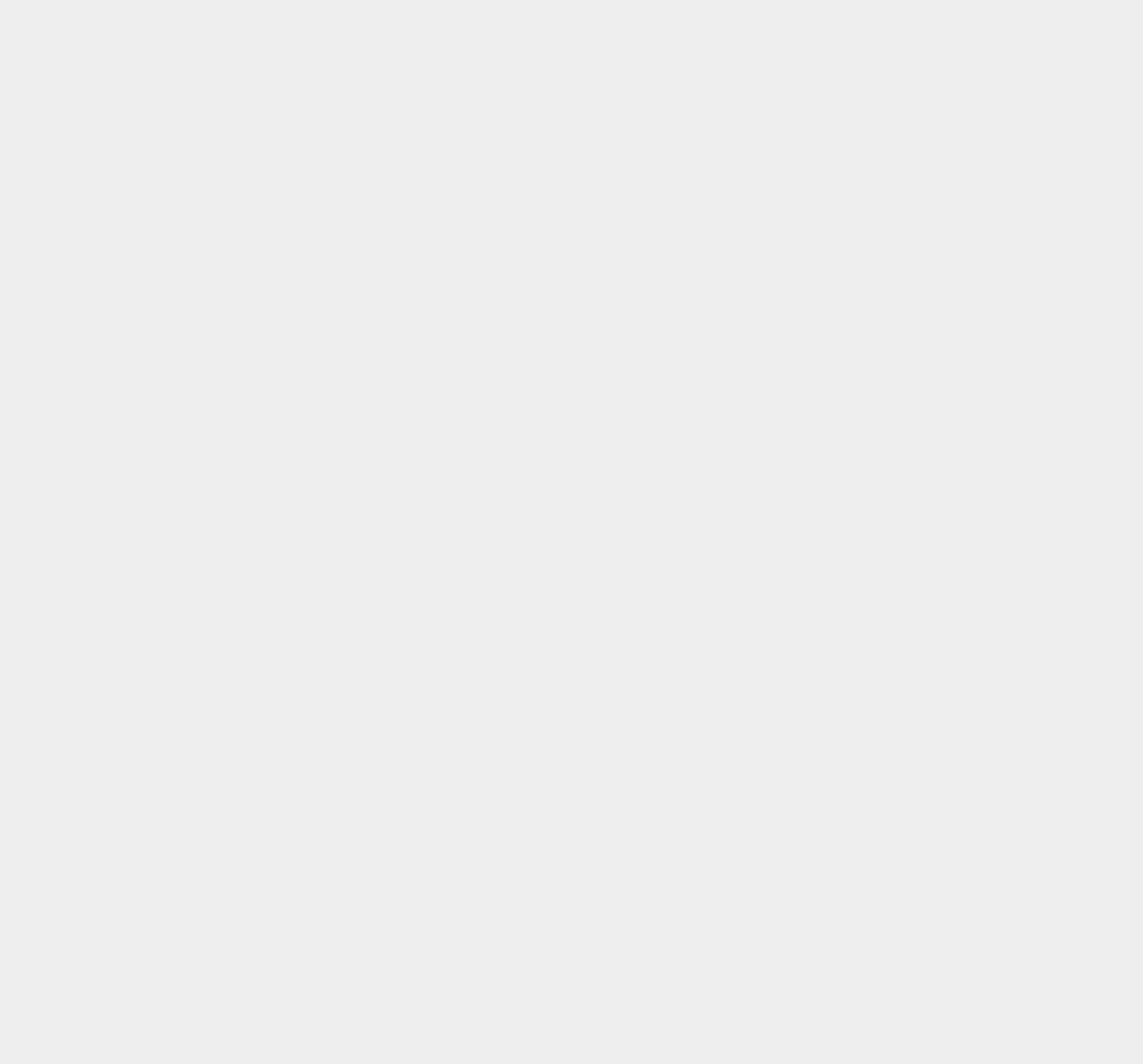 This screenshot has height=1064, width=1143. I want to click on 'iOS 8.2', so click(829, 131).